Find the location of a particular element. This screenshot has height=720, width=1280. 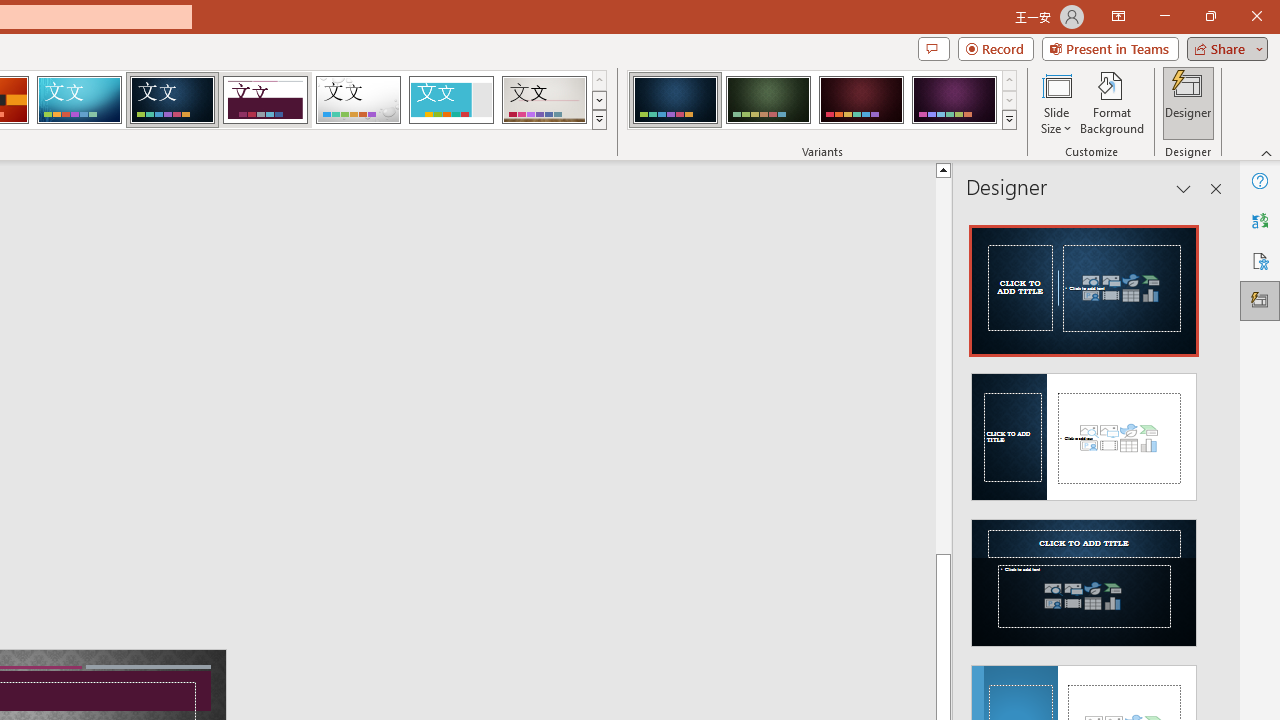

'Damask Variant 4' is located at coordinates (953, 100).